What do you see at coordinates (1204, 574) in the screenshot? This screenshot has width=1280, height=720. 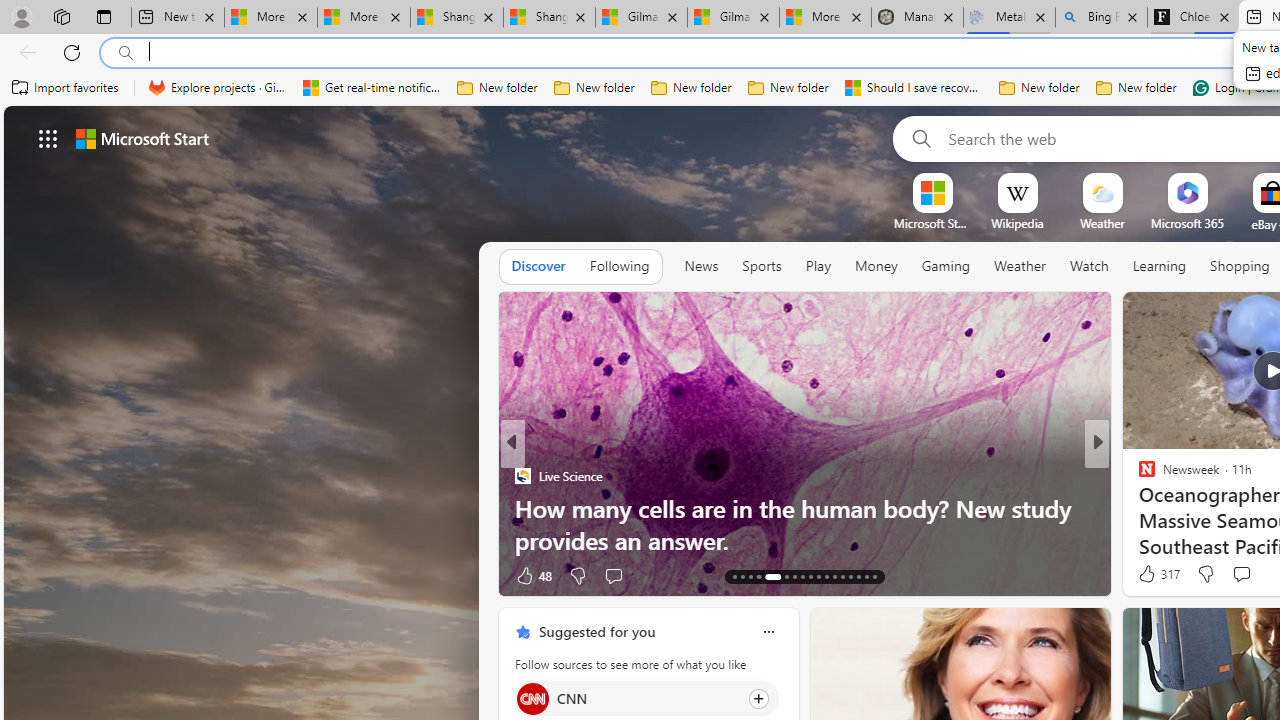 I see `'Dislike'` at bounding box center [1204, 574].